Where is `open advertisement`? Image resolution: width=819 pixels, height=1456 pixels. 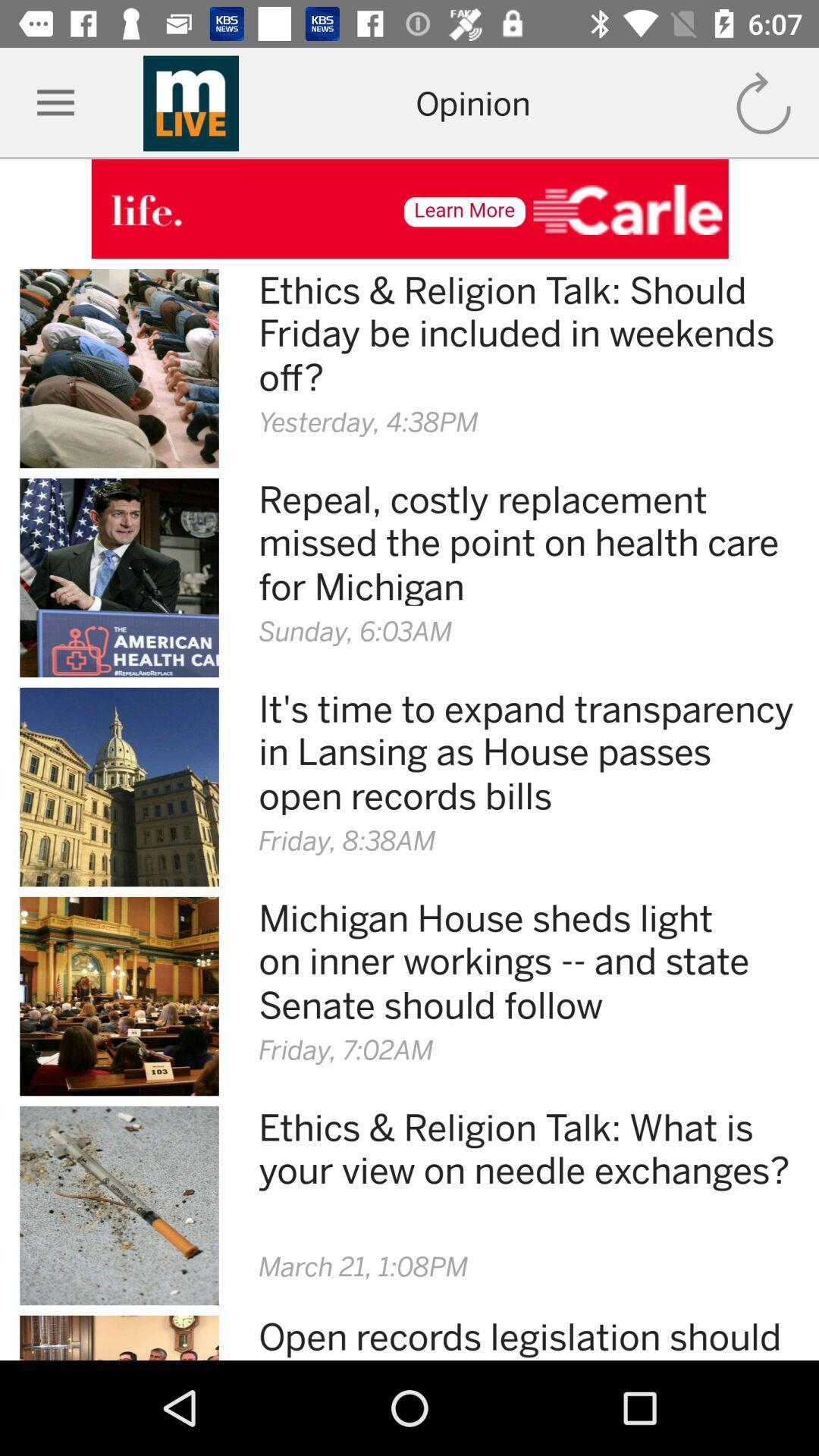 open advertisement is located at coordinates (409, 208).